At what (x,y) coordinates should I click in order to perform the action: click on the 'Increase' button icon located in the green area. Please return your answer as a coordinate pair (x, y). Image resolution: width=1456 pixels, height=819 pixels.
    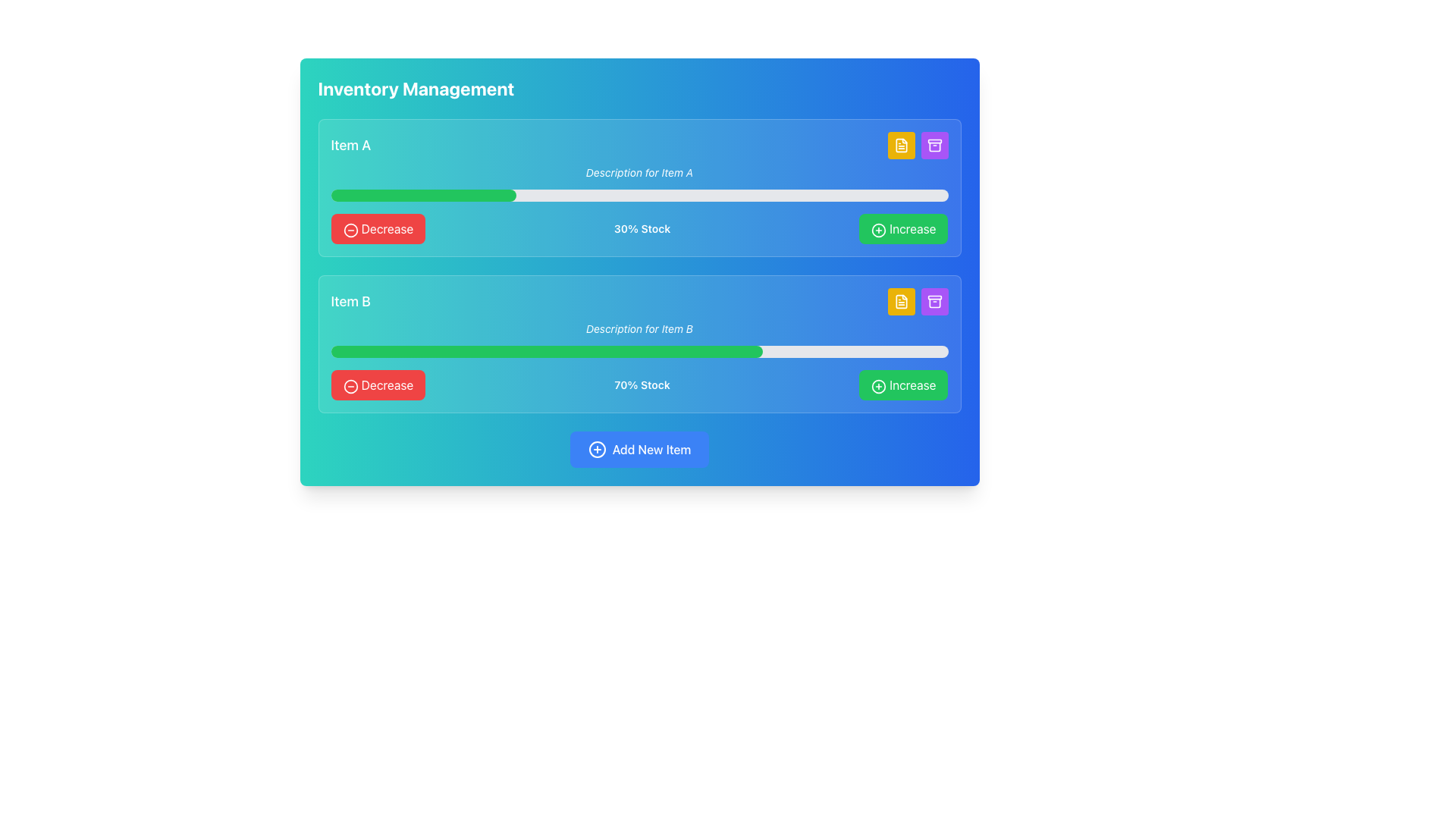
    Looking at the image, I should click on (878, 230).